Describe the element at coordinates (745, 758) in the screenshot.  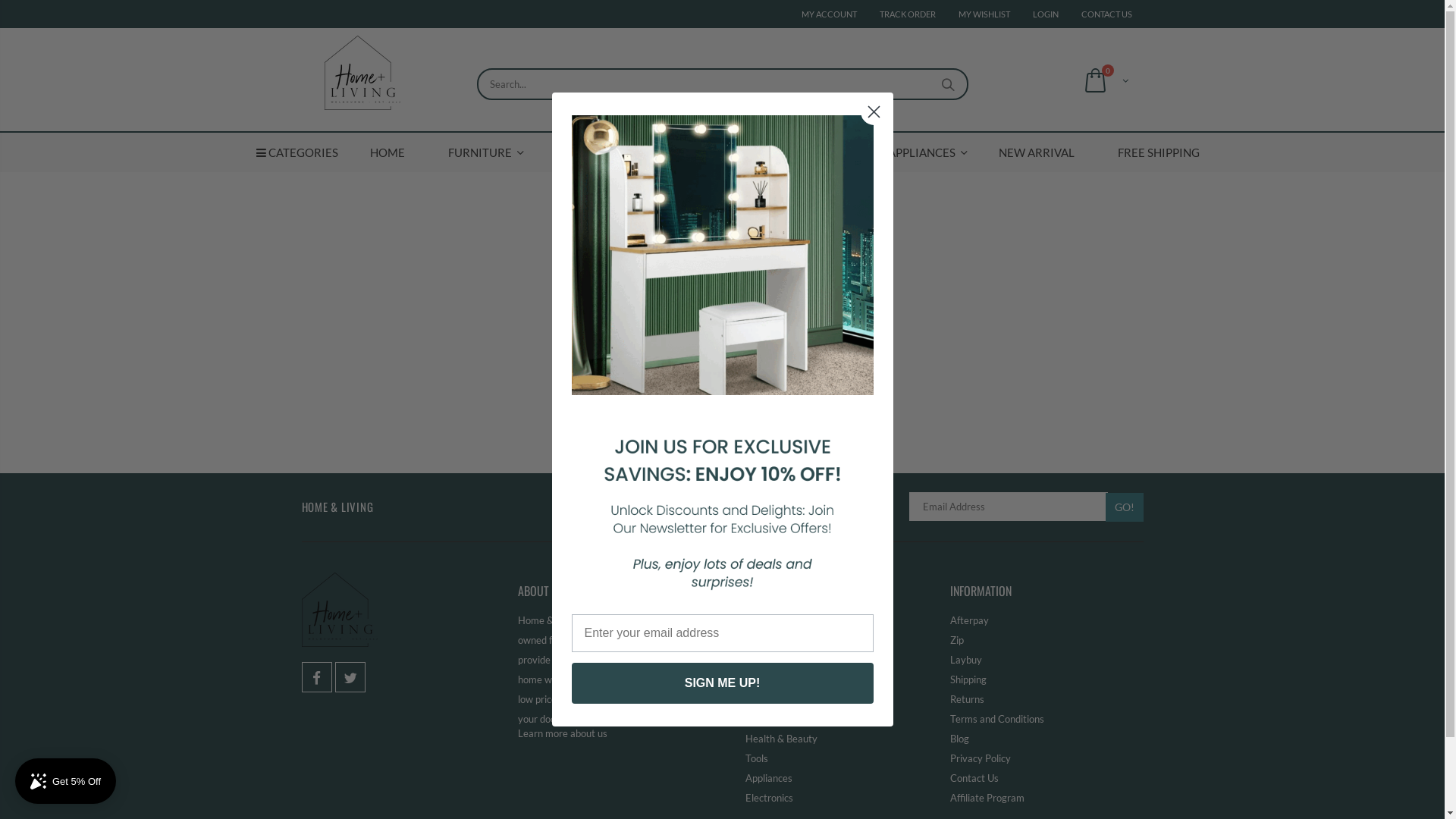
I see `'Tools'` at that location.